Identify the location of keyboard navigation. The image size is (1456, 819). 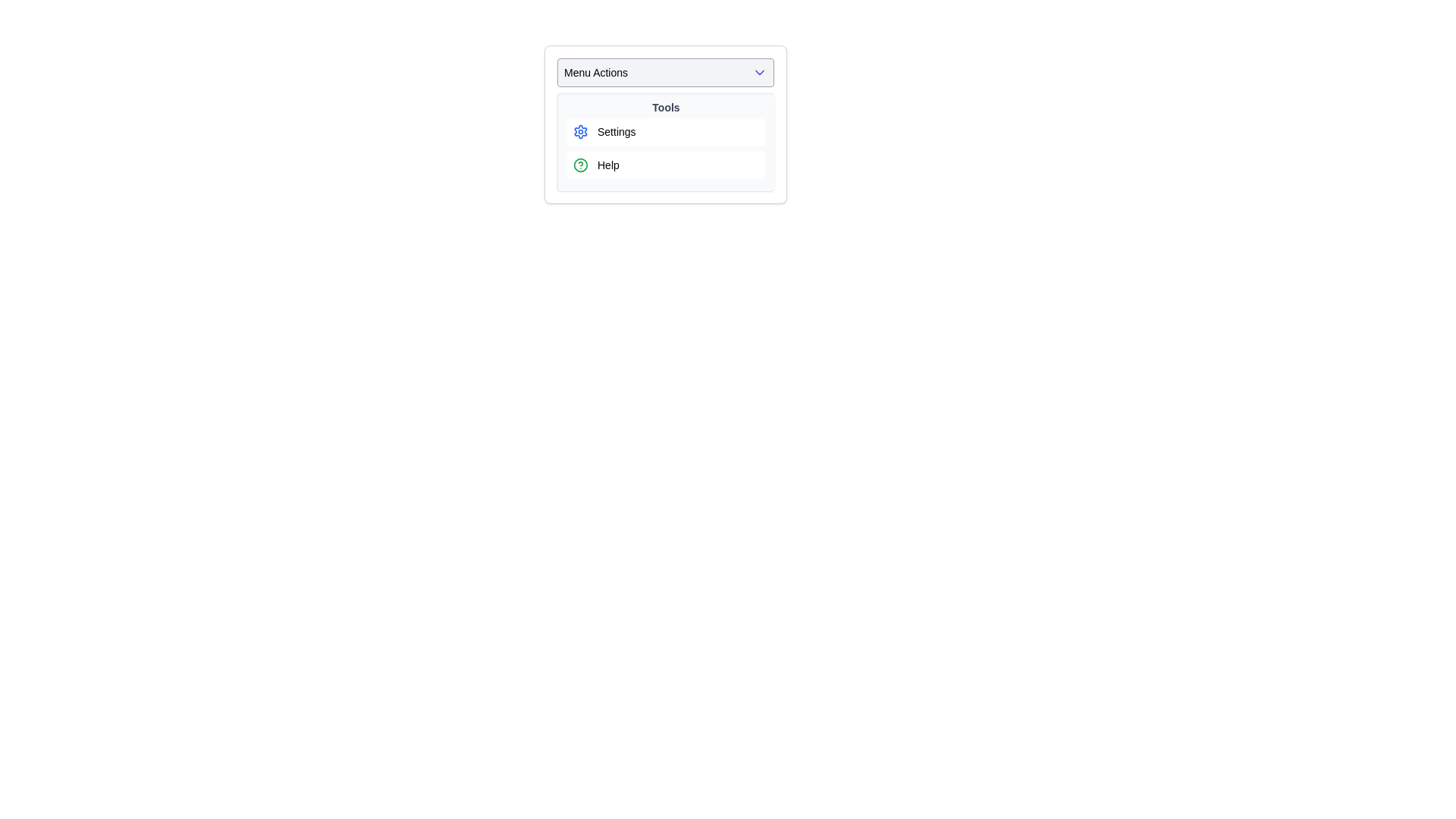
(666, 130).